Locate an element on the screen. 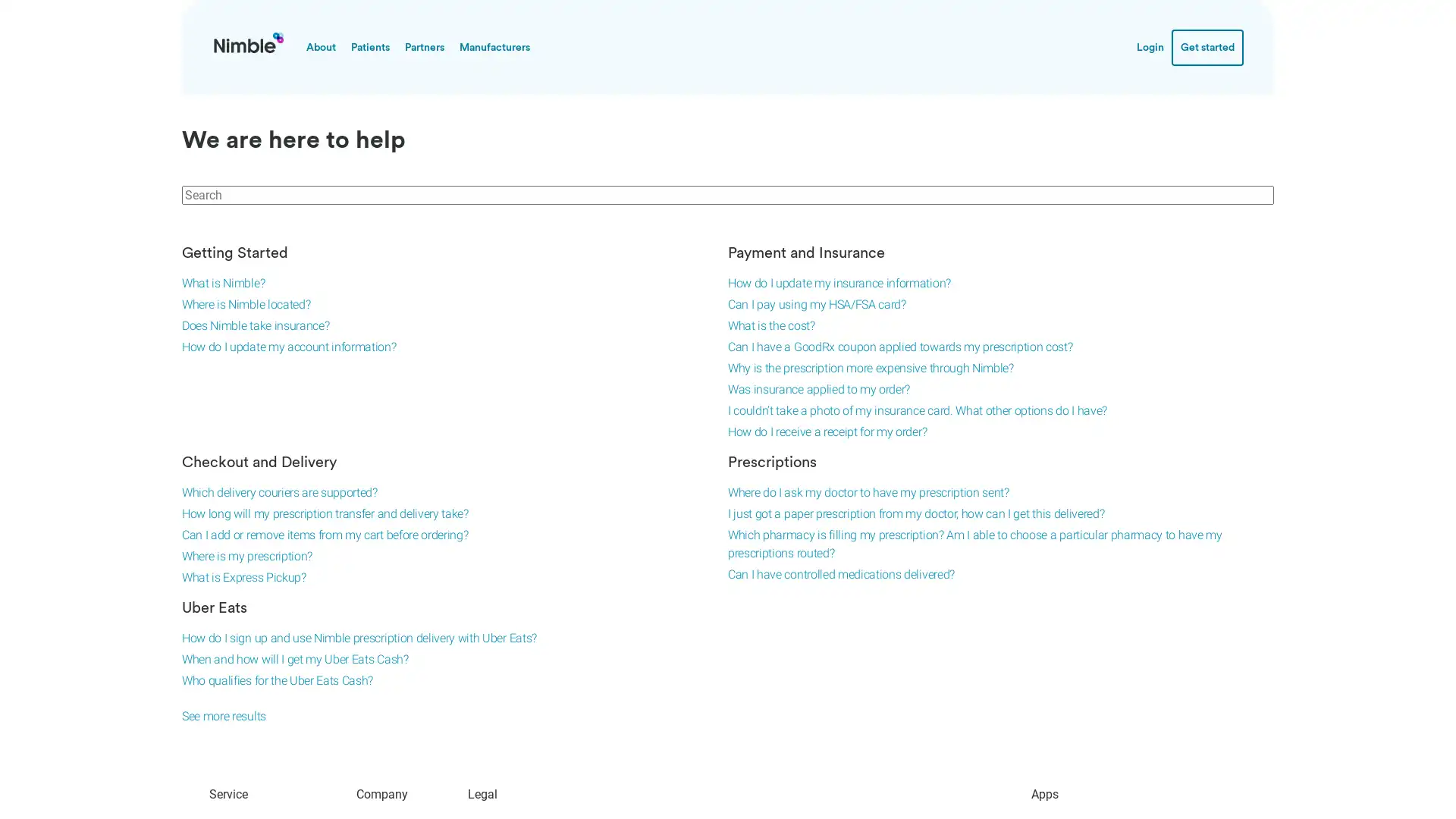  Get started is located at coordinates (1207, 45).